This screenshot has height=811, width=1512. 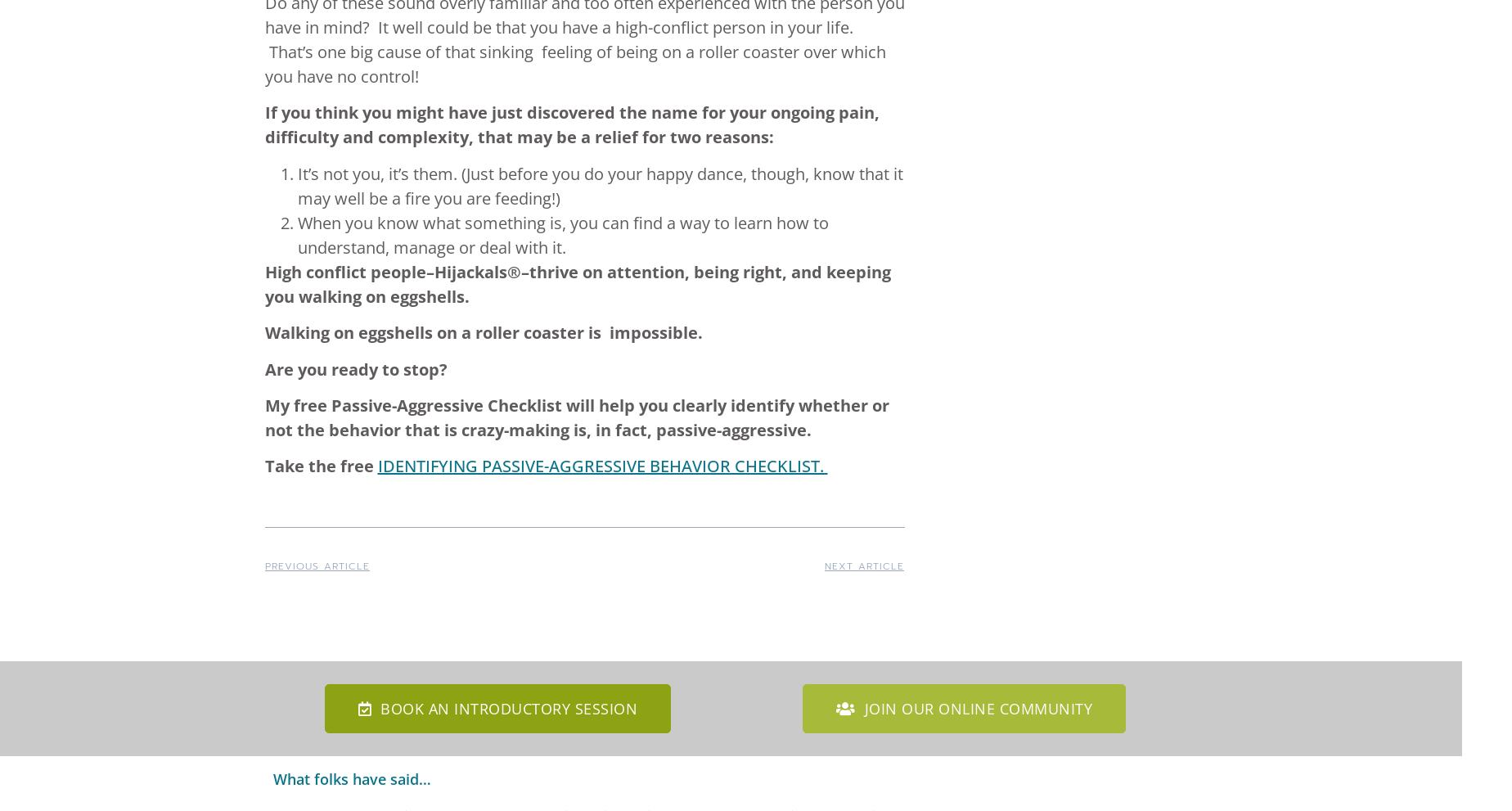 I want to click on 'Book an Introductory Session', so click(x=509, y=709).